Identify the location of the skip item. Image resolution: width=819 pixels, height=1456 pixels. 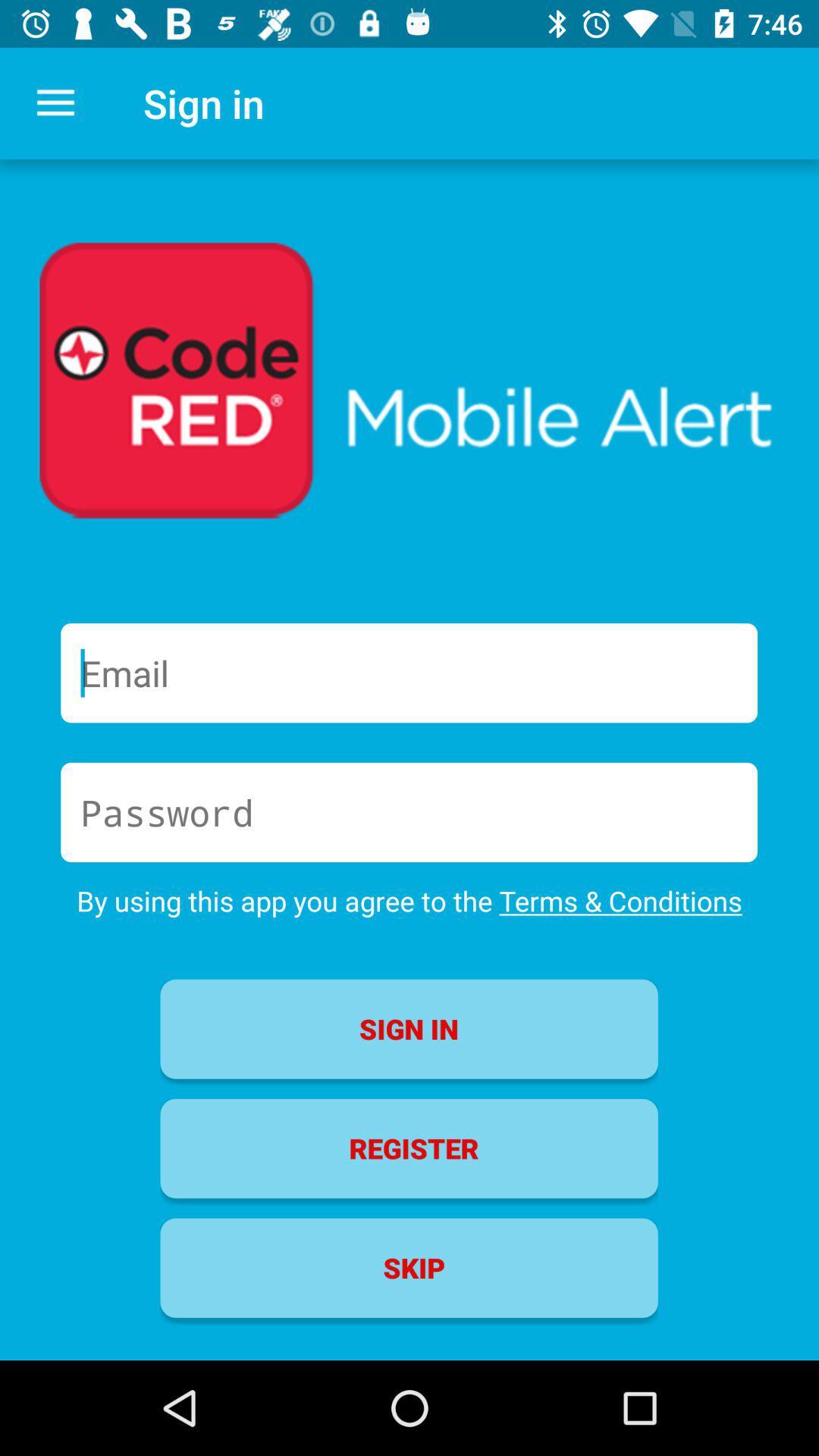
(408, 1268).